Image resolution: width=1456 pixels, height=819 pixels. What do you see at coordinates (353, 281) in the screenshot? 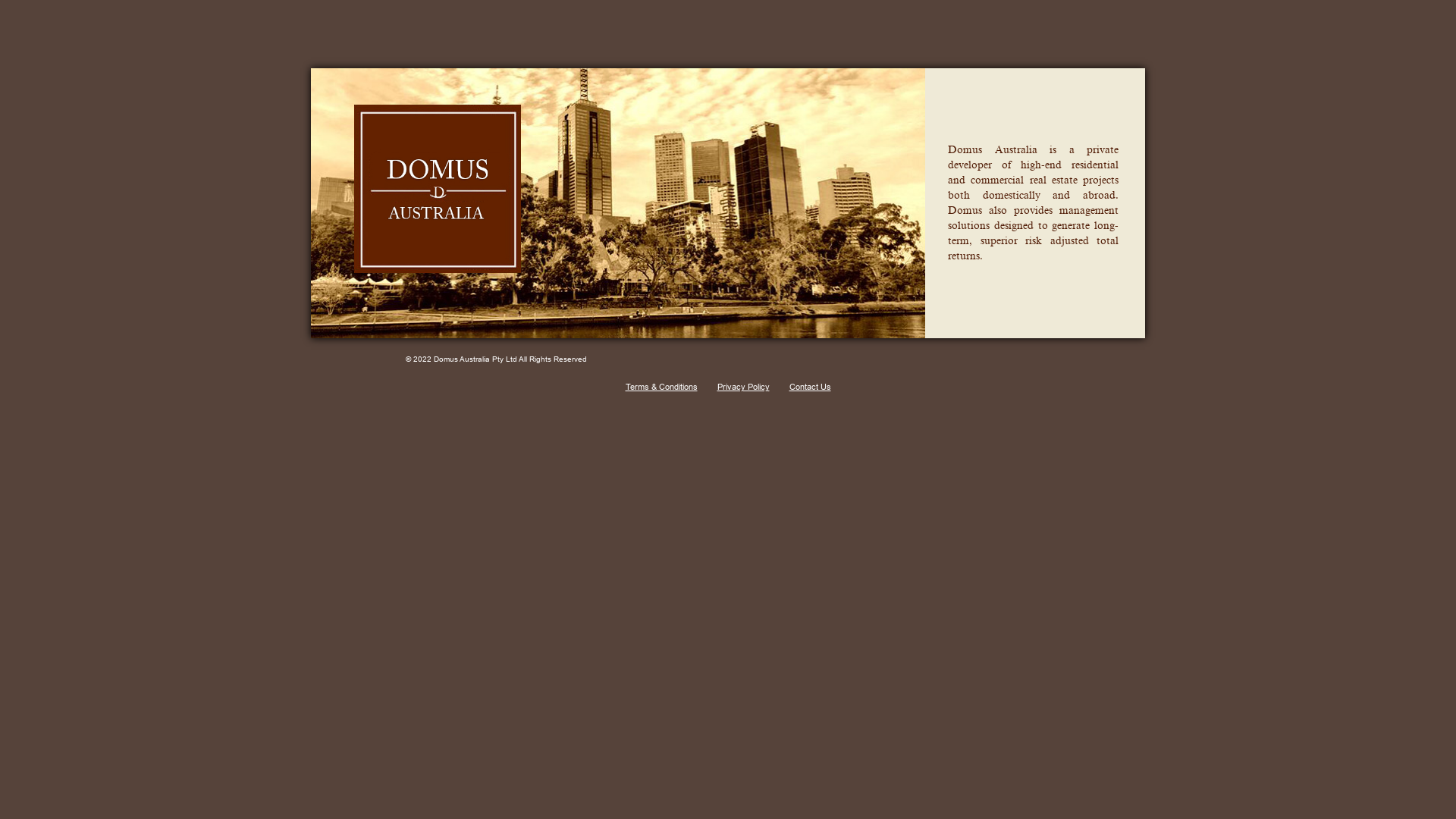
I see `'Domus Australia'` at bounding box center [353, 281].